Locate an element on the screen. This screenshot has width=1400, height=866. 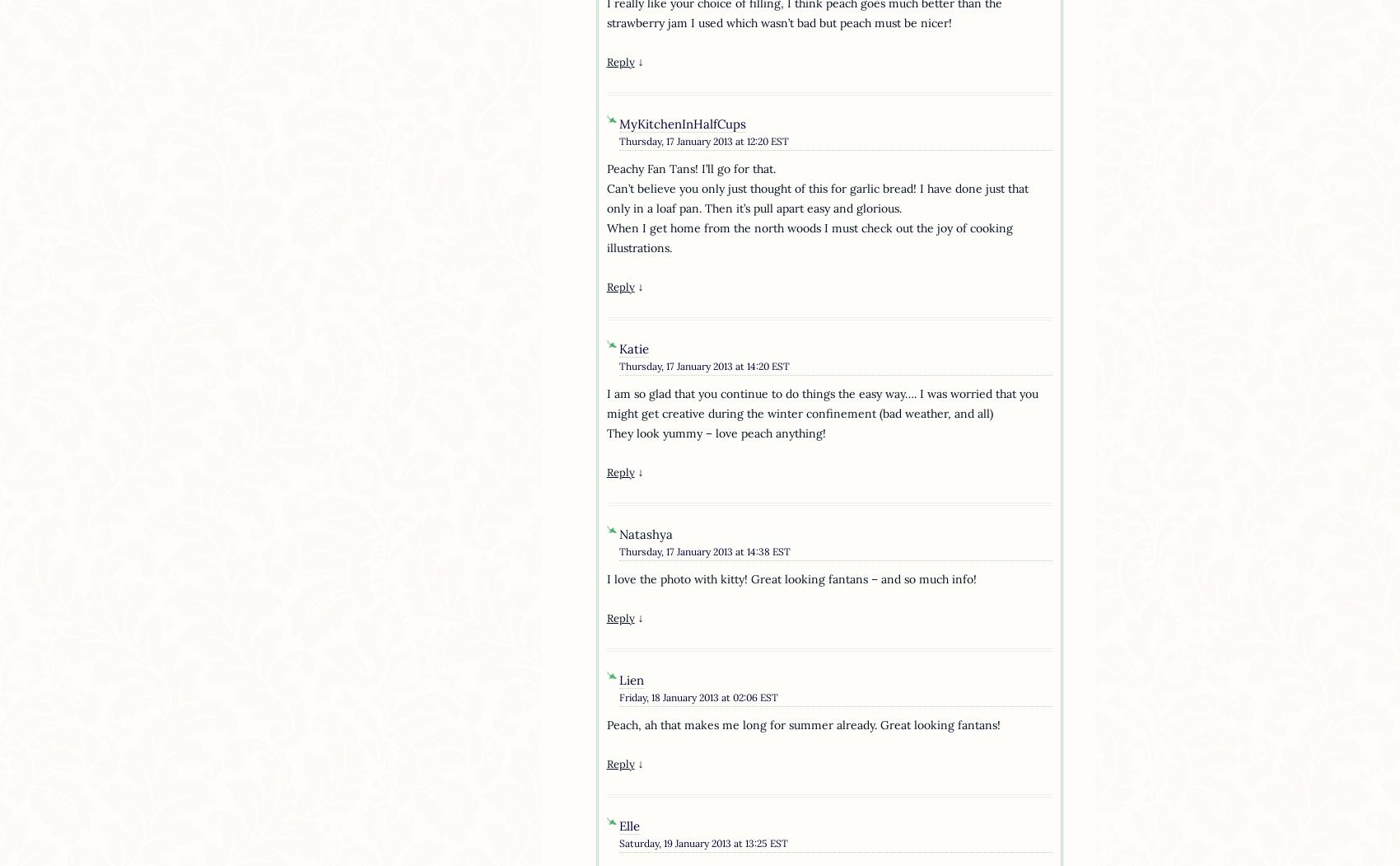
'Thursday, 17 January 2013 at 12:20 EST' is located at coordinates (703, 140).